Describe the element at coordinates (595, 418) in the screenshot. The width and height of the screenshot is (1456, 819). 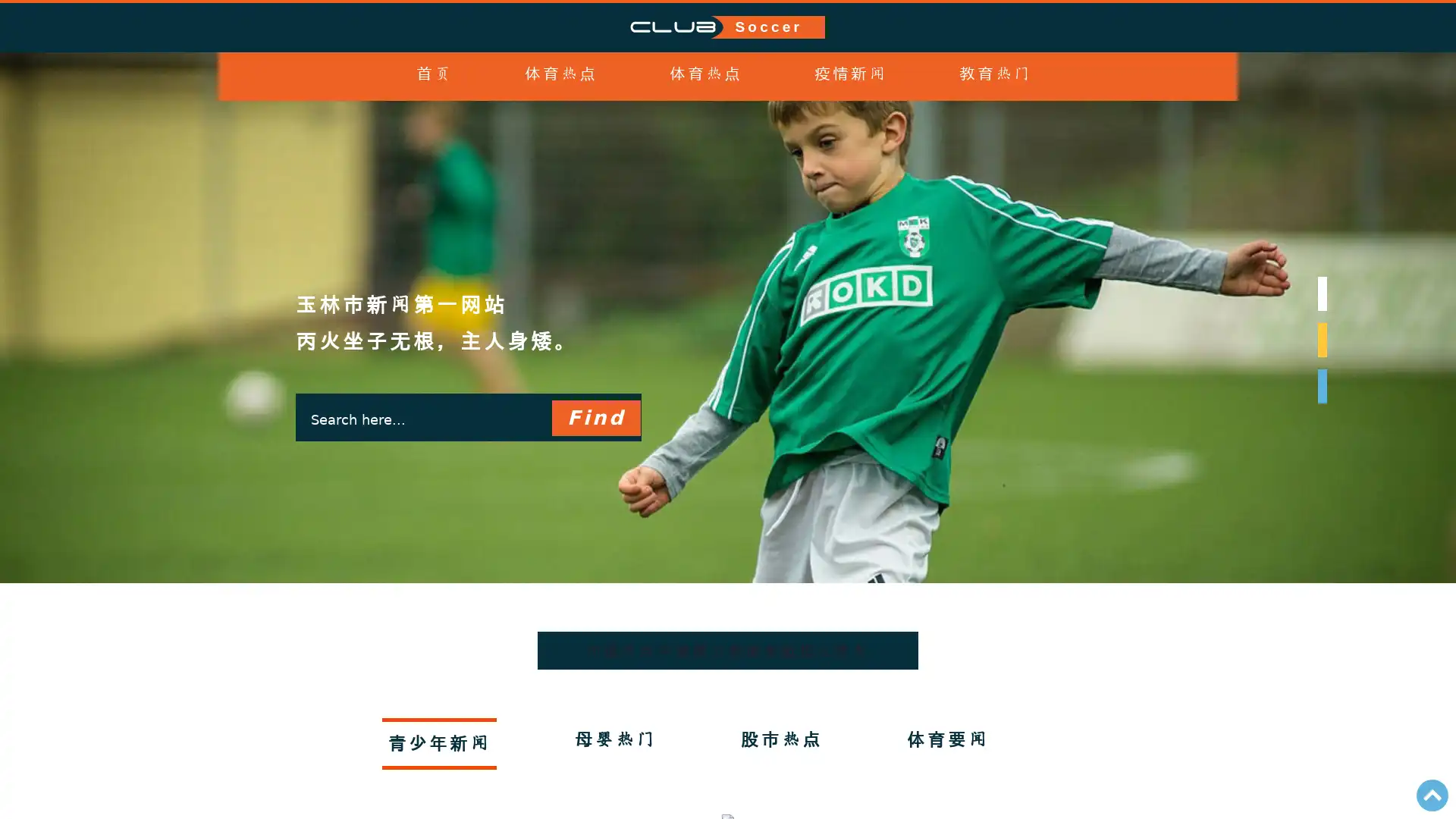
I see `Find` at that location.